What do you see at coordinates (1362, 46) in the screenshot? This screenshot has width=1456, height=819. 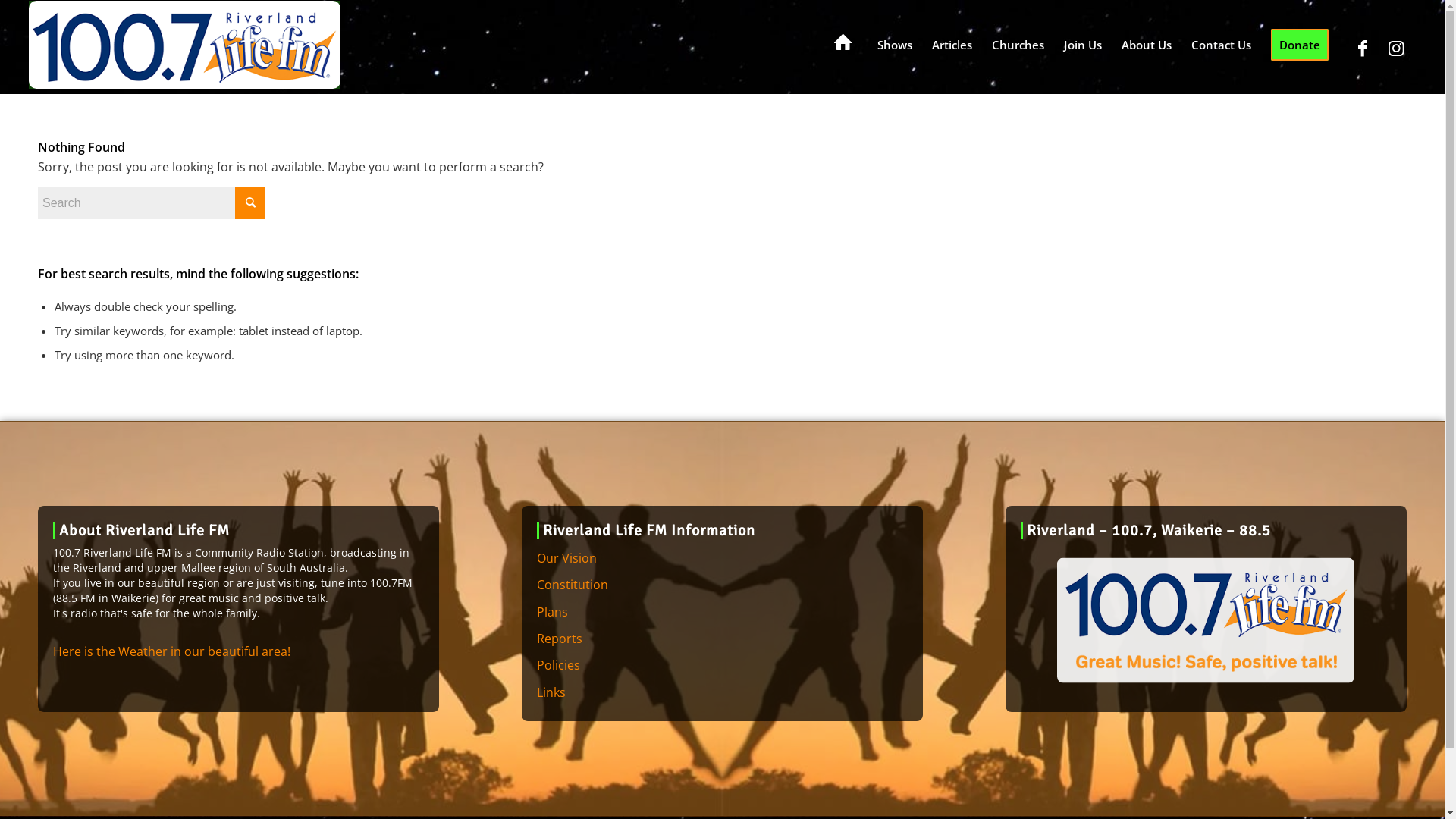 I see `'Facebook'` at bounding box center [1362, 46].